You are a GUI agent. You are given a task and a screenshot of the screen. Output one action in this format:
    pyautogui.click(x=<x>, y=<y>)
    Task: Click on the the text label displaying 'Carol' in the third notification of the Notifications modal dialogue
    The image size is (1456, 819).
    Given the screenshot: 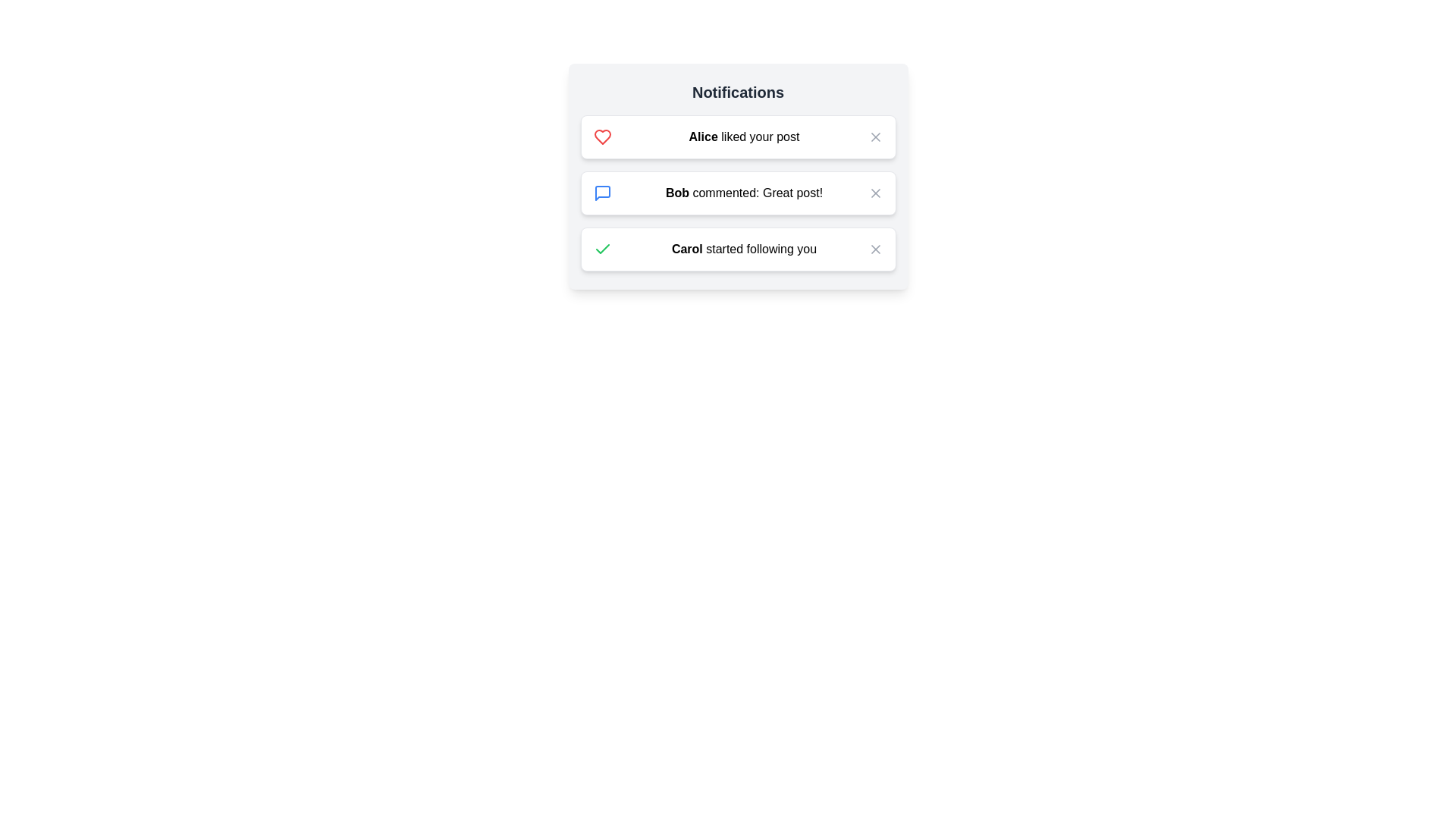 What is the action you would take?
    pyautogui.click(x=686, y=248)
    